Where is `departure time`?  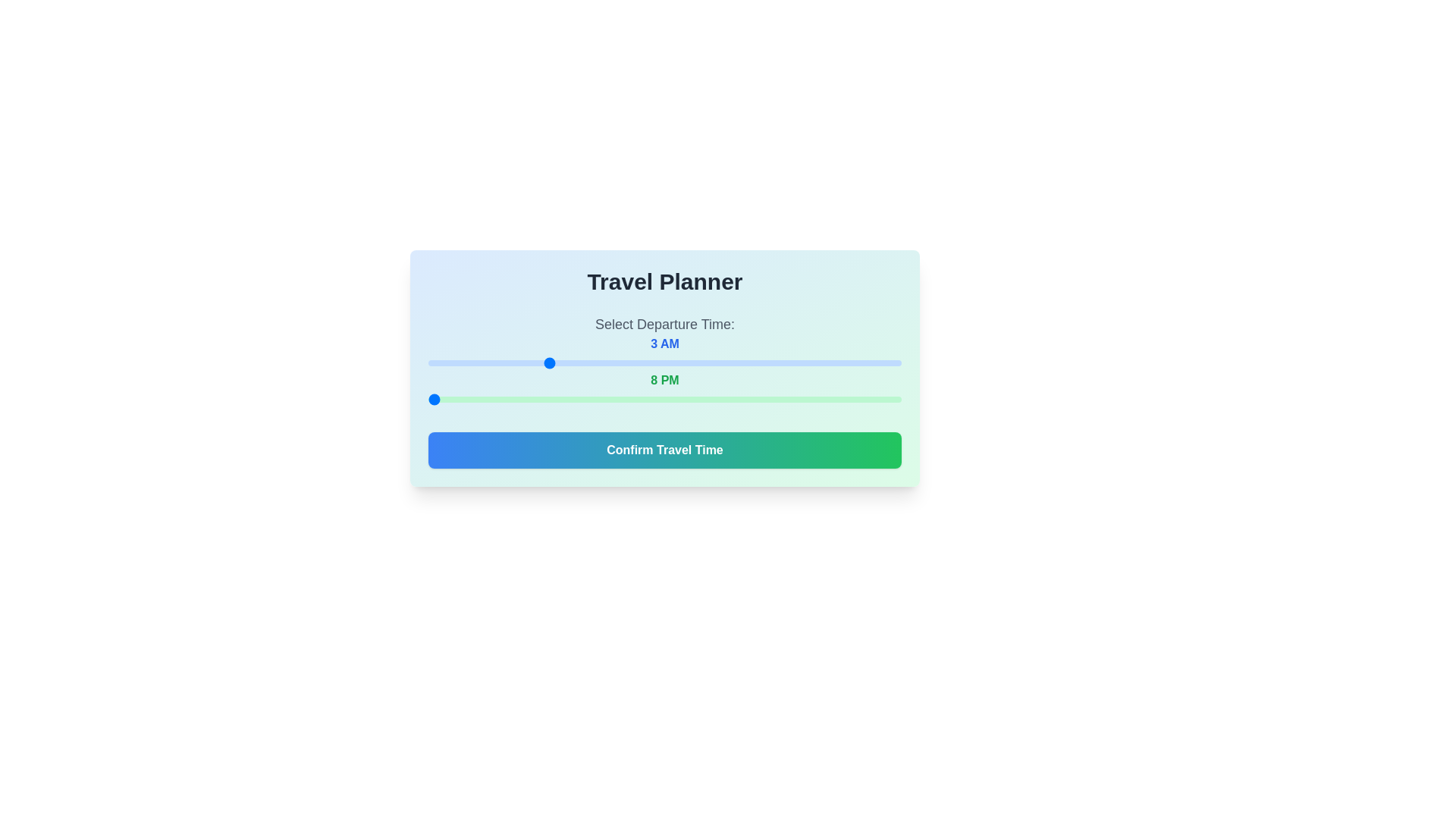
departure time is located at coordinates (626, 362).